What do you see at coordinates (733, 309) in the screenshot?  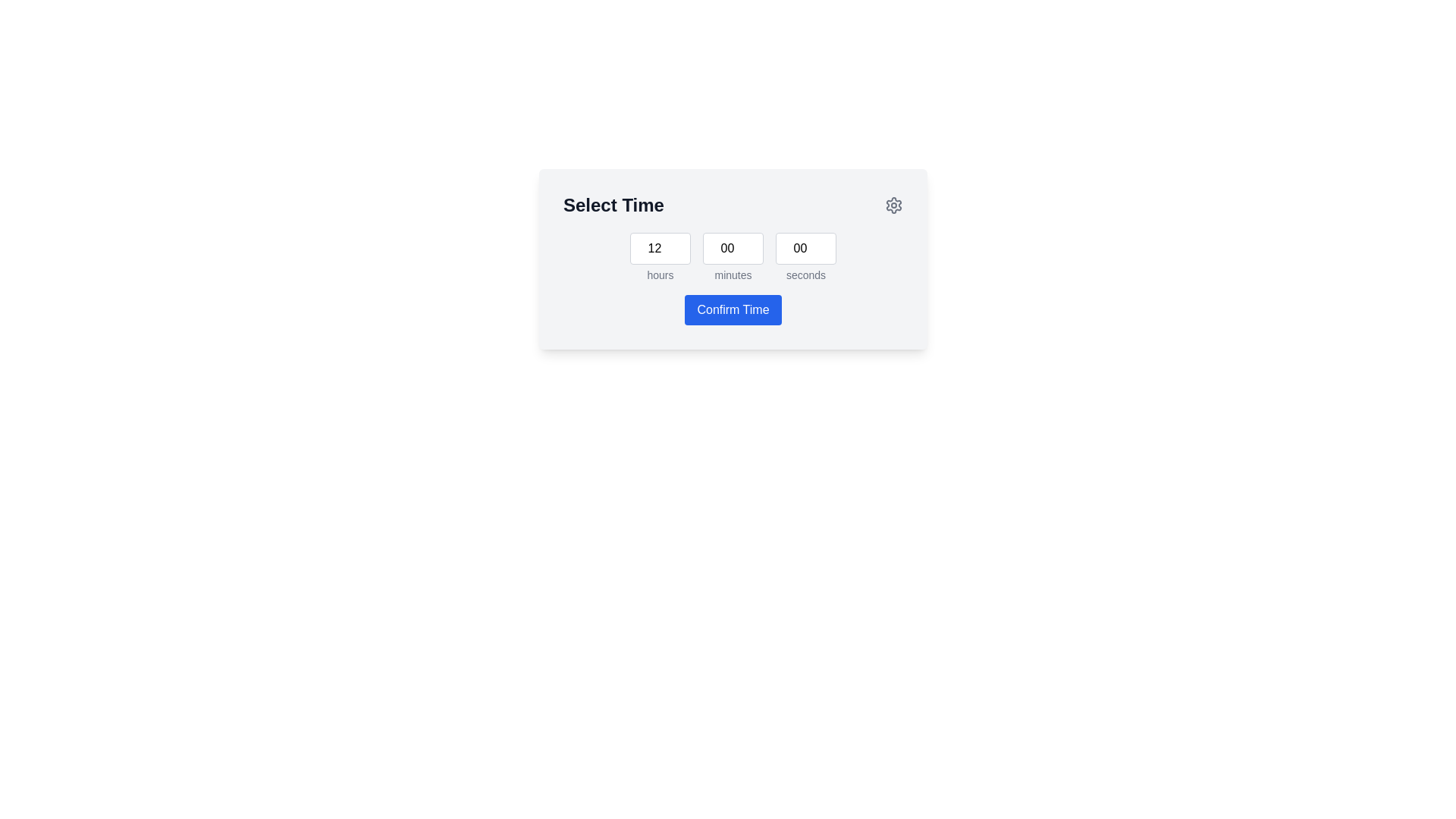 I see `the 'Confirm Time' button, which is a rectangular button with rounded edges, blue background, and white text, located centrally below the time input fields` at bounding box center [733, 309].